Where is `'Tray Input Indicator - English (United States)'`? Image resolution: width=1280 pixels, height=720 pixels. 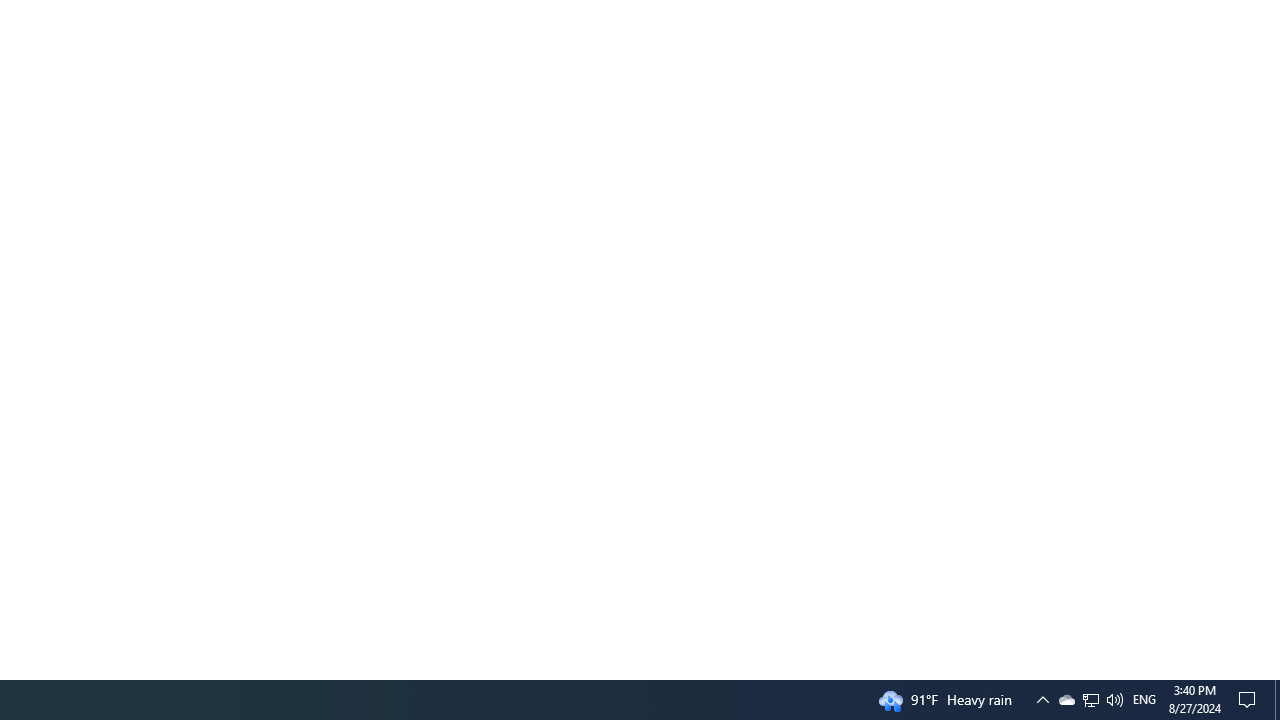
'Tray Input Indicator - English (United States)' is located at coordinates (1144, 698).